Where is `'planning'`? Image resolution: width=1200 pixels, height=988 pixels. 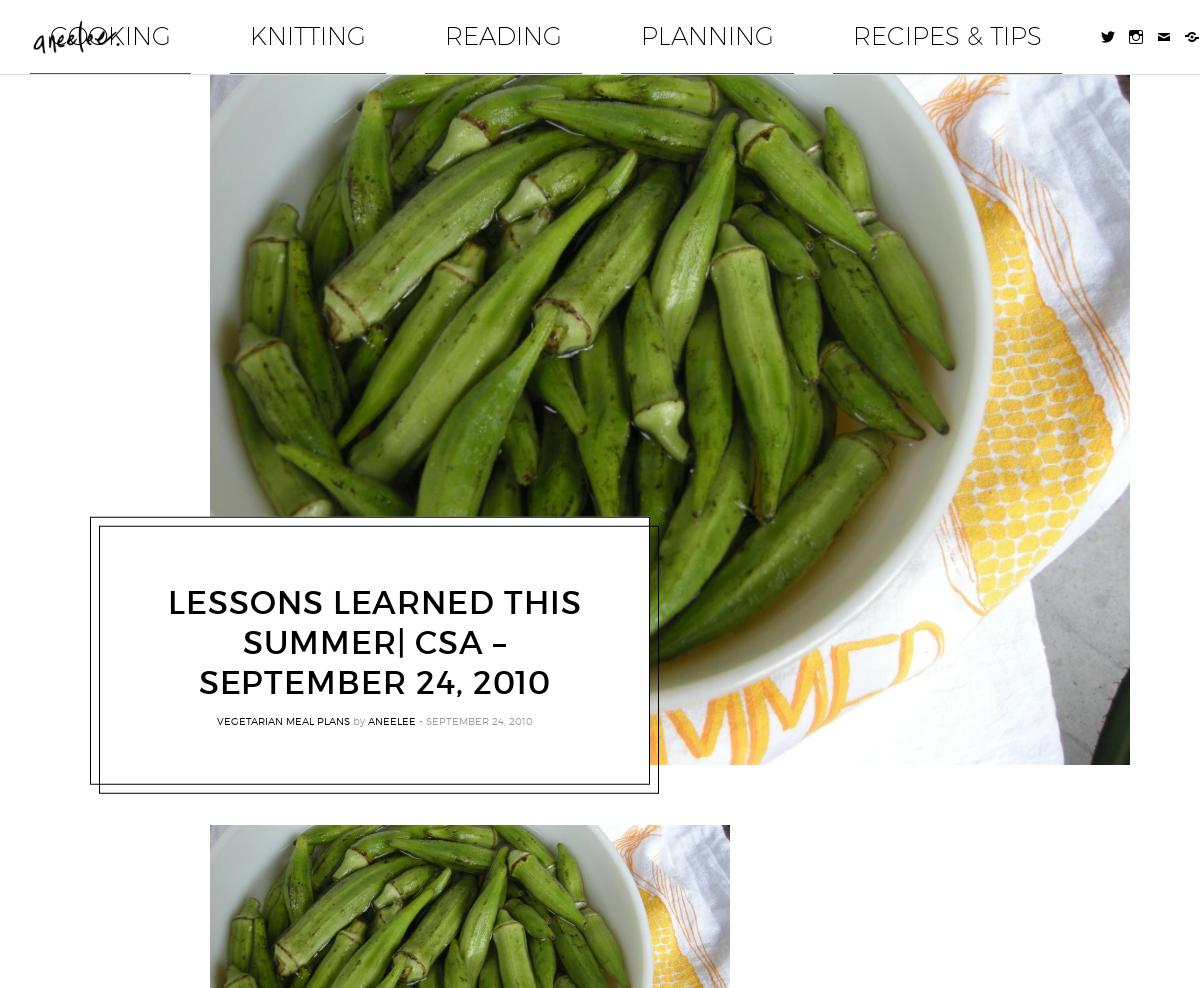
'planning' is located at coordinates (832, 26).